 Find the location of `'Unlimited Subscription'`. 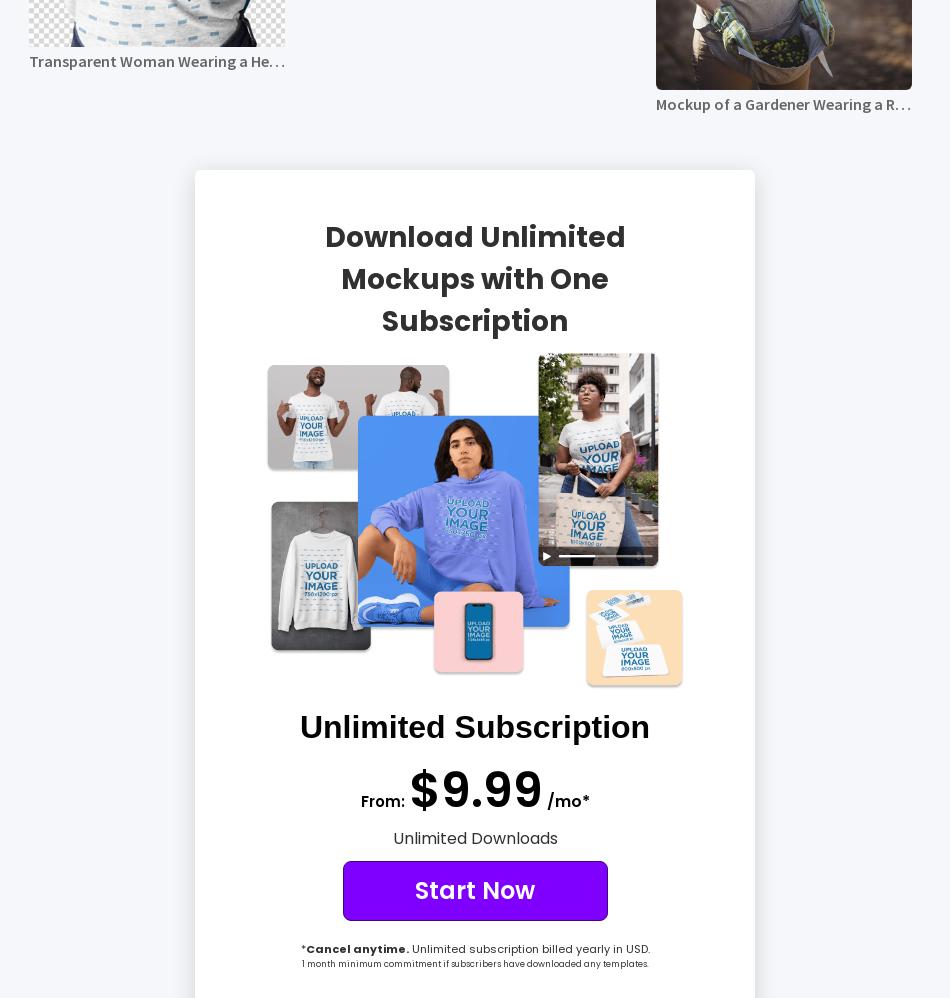

'Unlimited Subscription' is located at coordinates (297, 727).